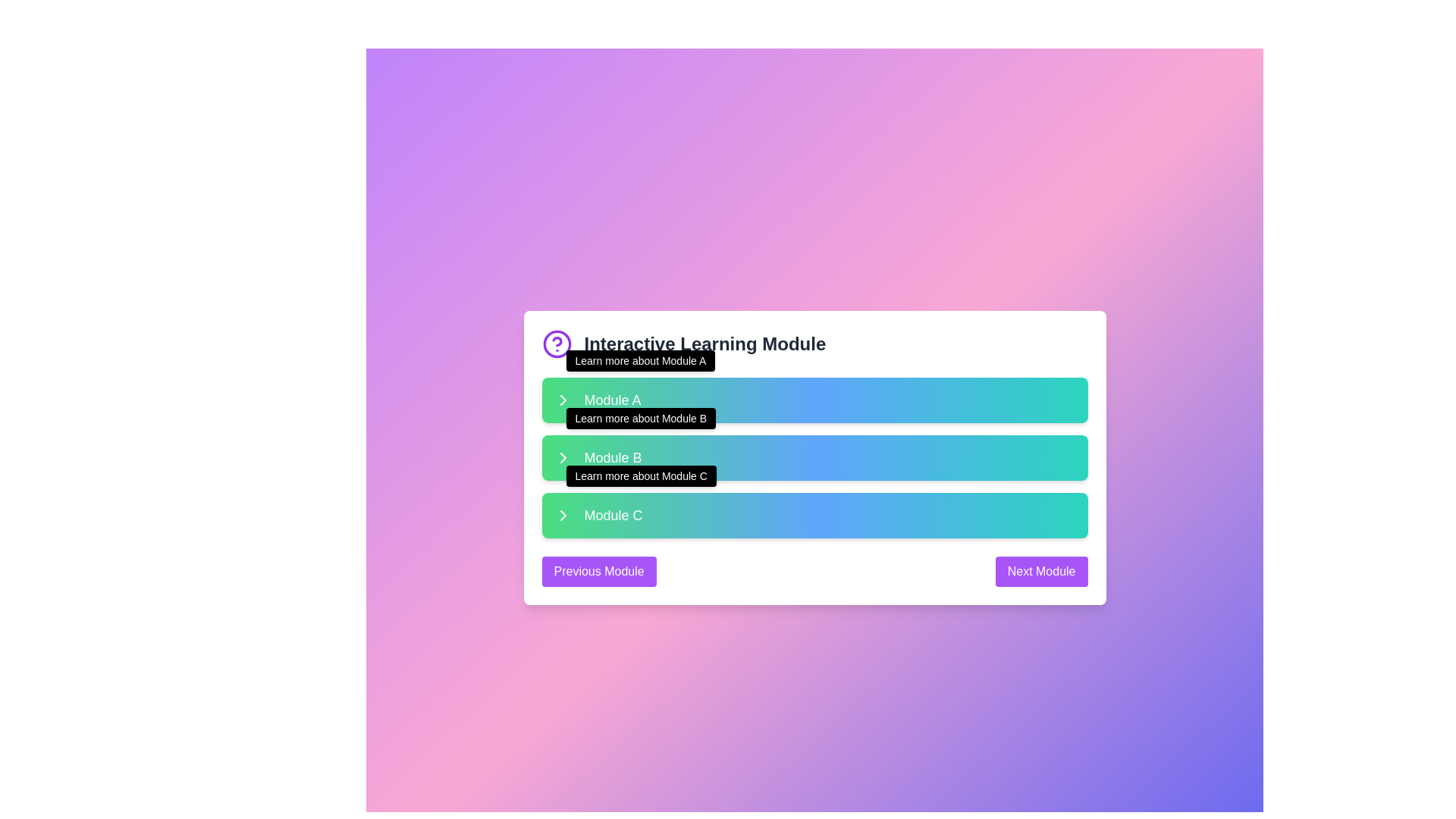  What do you see at coordinates (556, 344) in the screenshot?
I see `the circular purple icon containing a question mark, located to the left of the 'Interactive Learning Module' text` at bounding box center [556, 344].